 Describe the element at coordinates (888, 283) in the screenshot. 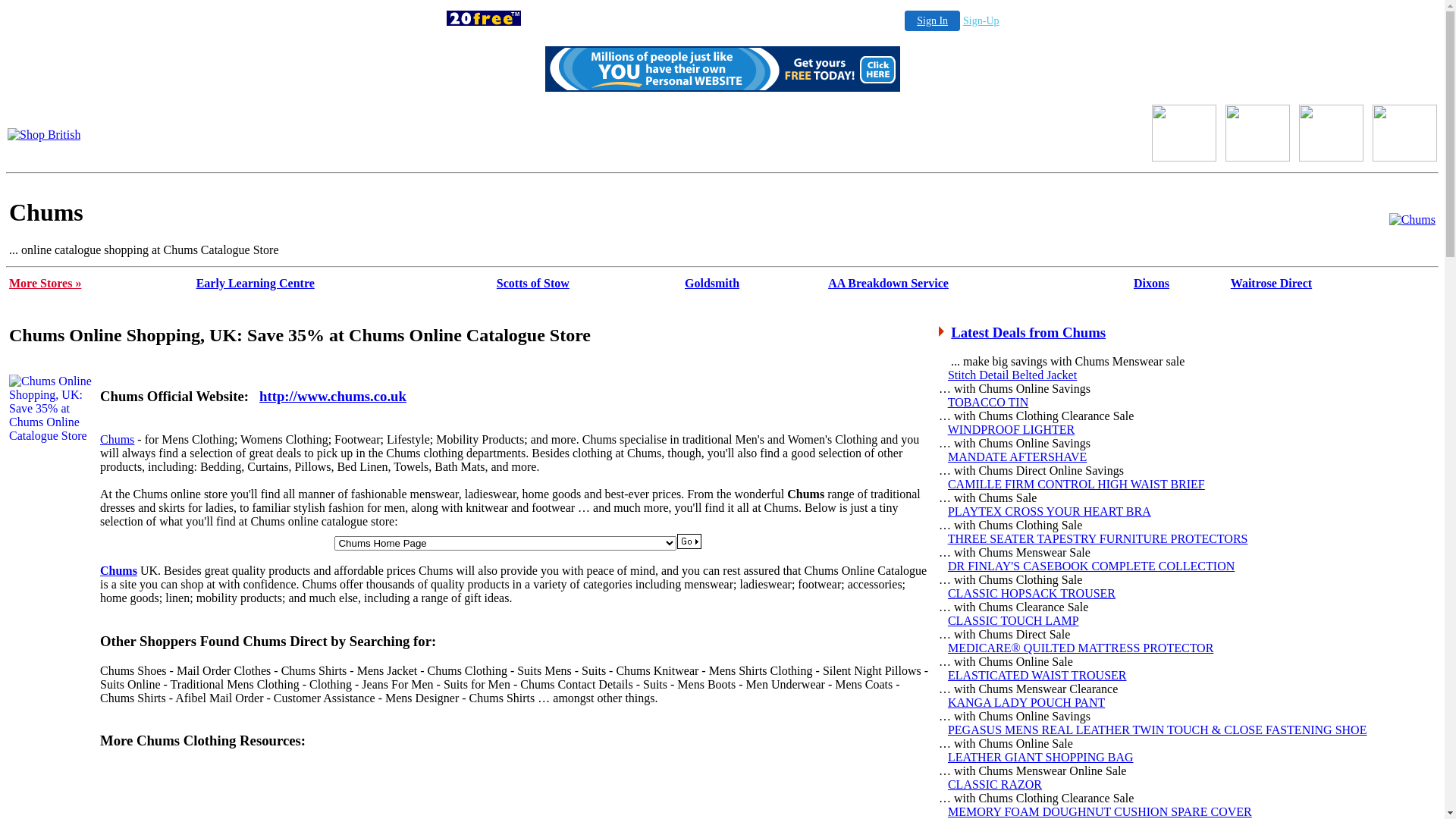

I see `'AA Breakdown Service'` at that location.